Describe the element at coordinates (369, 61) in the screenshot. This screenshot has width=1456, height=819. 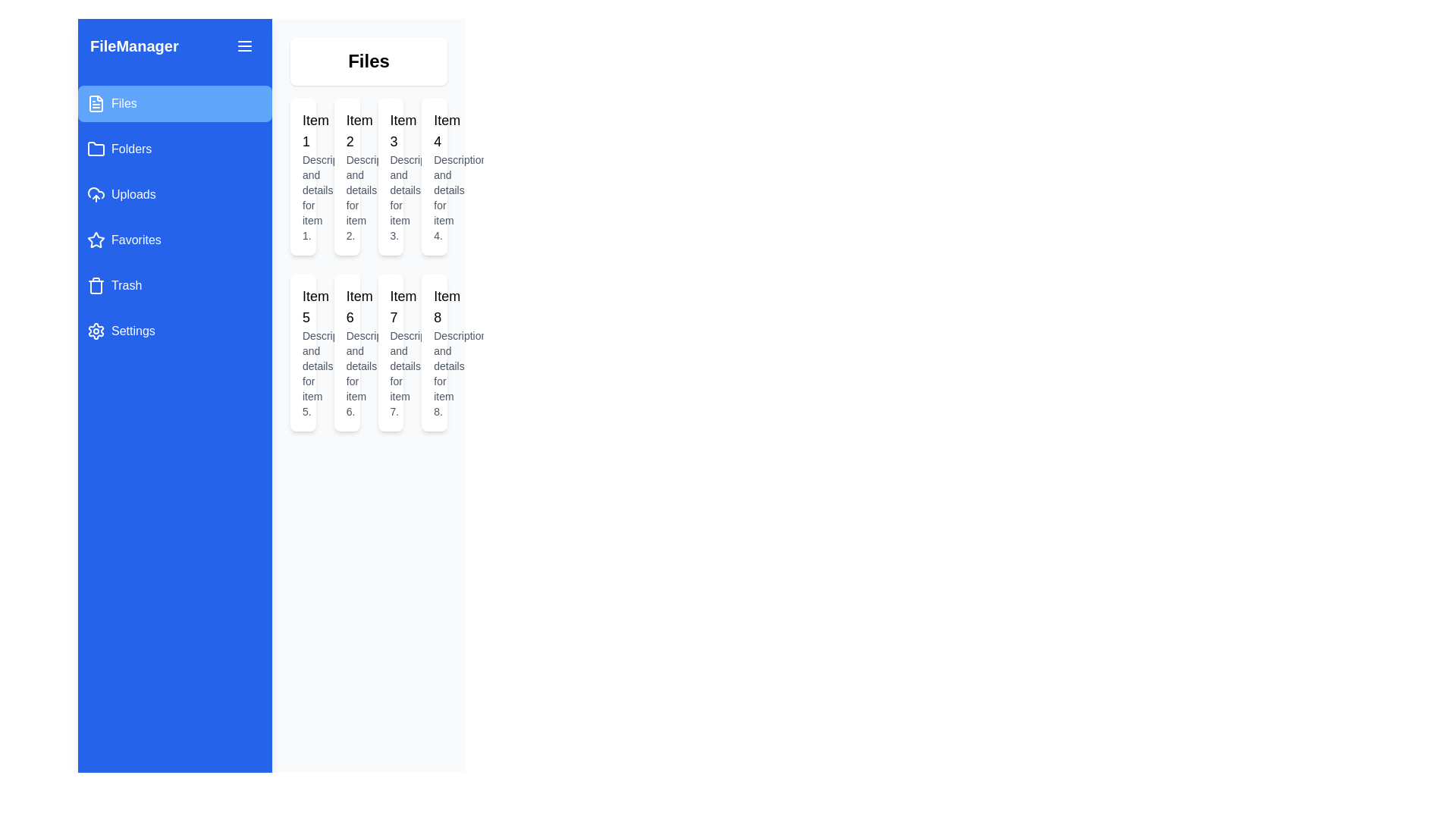
I see `the header component with a white background, rounded corners, and bold 'Files' text, which is centrally positioned at the top of the list` at that location.